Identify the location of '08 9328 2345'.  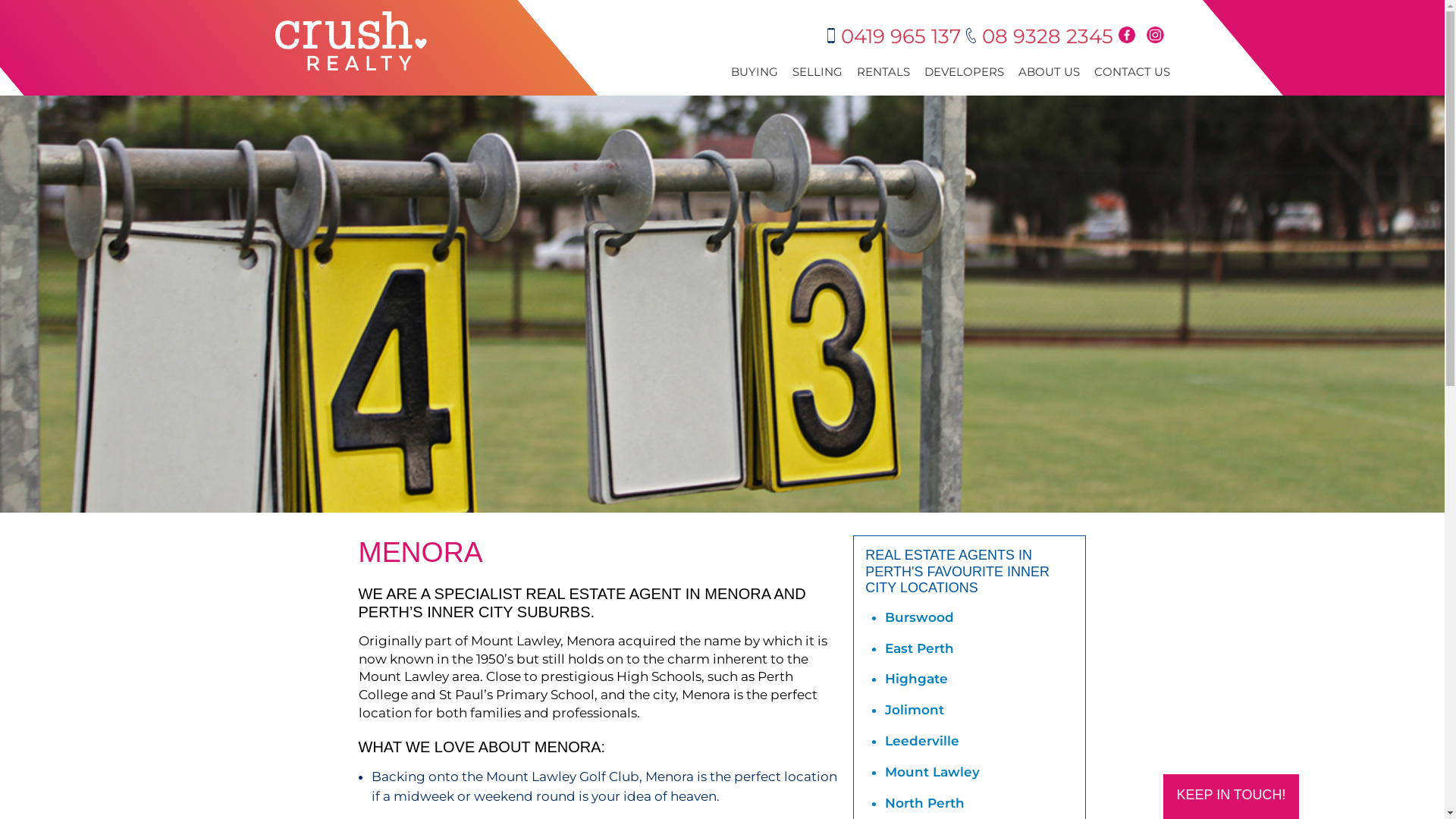
(1041, 35).